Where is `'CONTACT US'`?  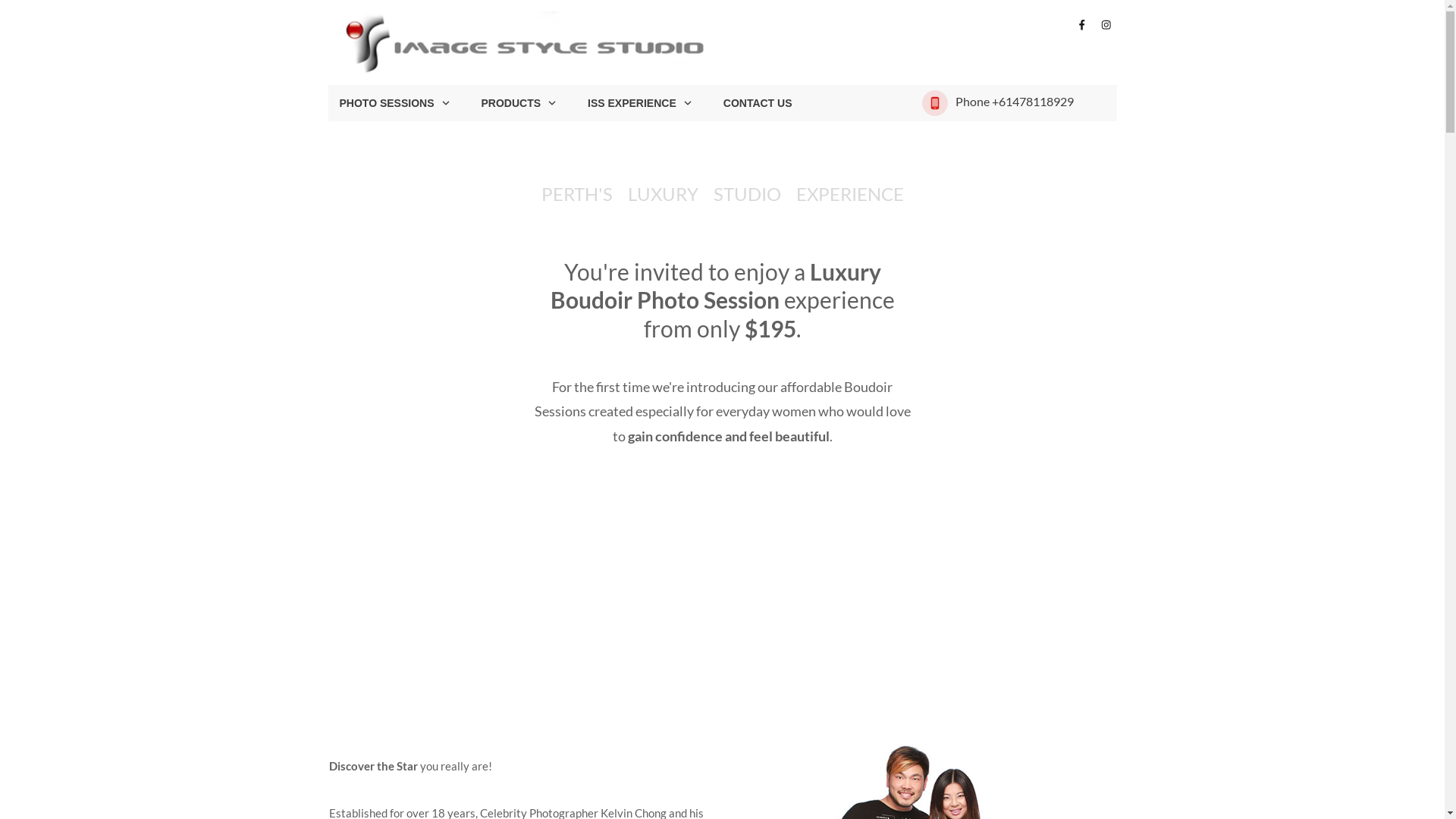
'CONTACT US' is located at coordinates (758, 102).